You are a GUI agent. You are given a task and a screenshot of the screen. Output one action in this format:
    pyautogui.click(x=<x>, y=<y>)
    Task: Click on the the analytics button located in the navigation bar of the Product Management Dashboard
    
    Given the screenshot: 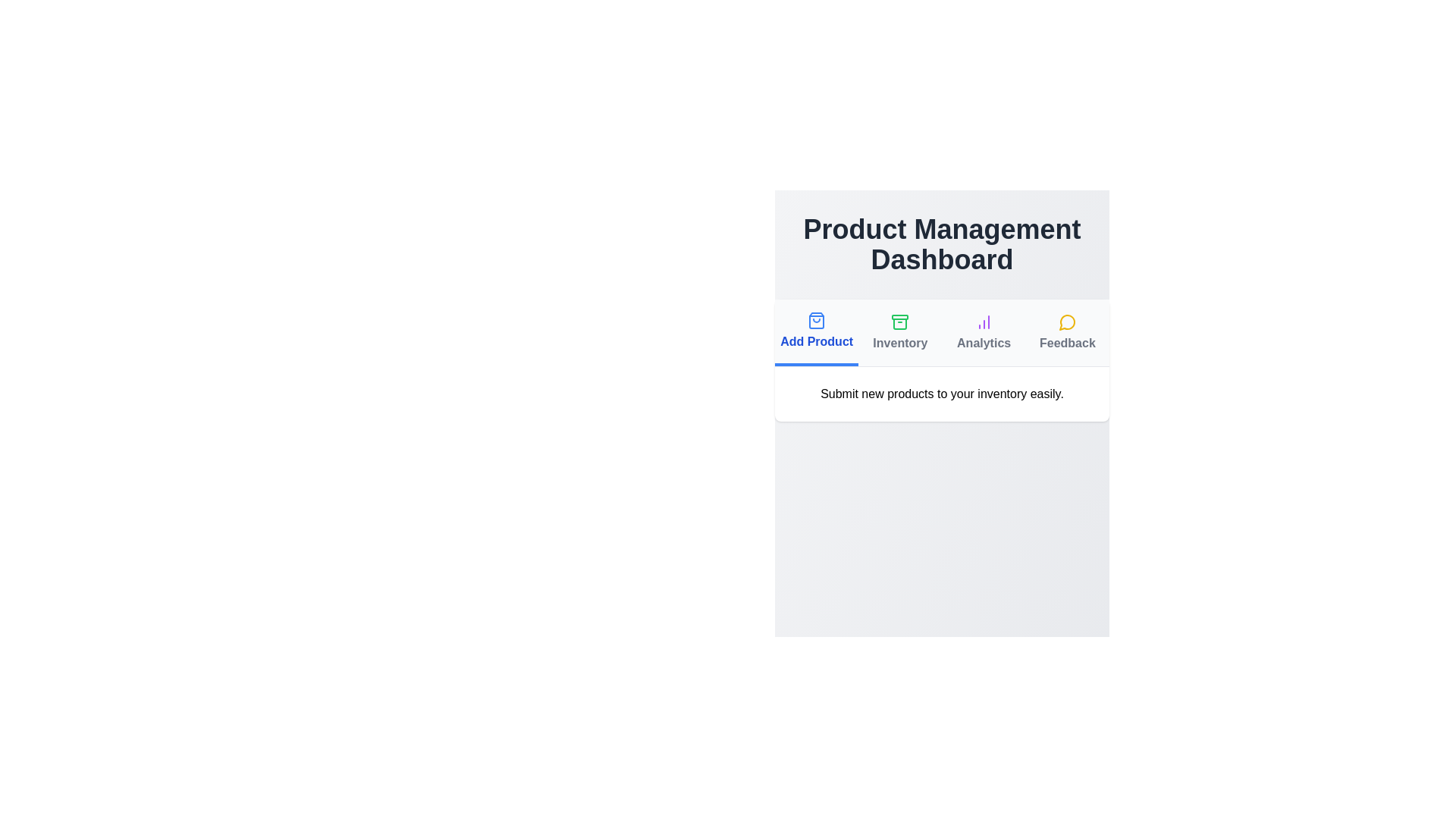 What is the action you would take?
    pyautogui.click(x=984, y=332)
    